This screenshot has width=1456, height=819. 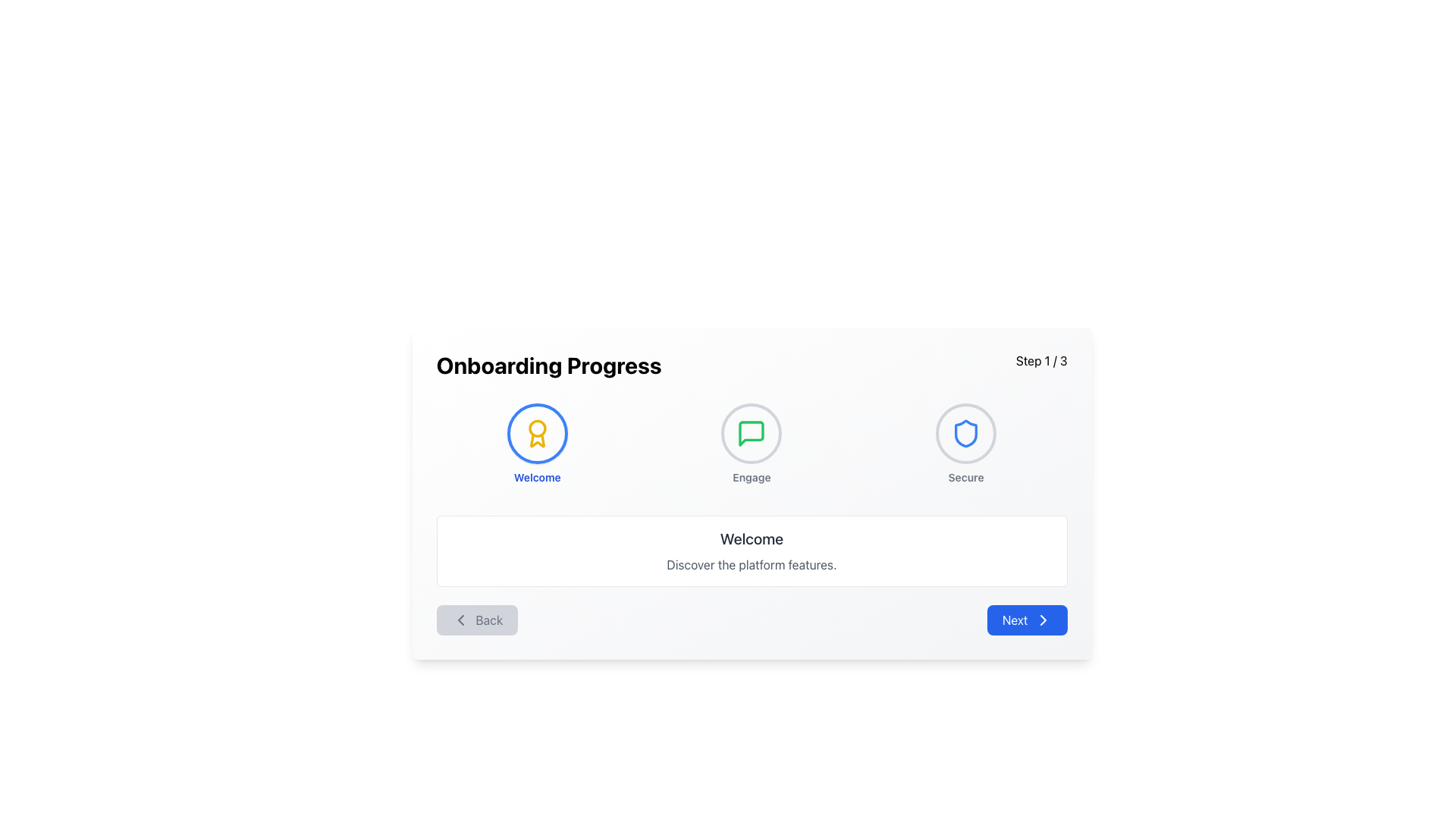 I want to click on the 'Welcome' text label displayed in large, bold gray font, so click(x=752, y=538).